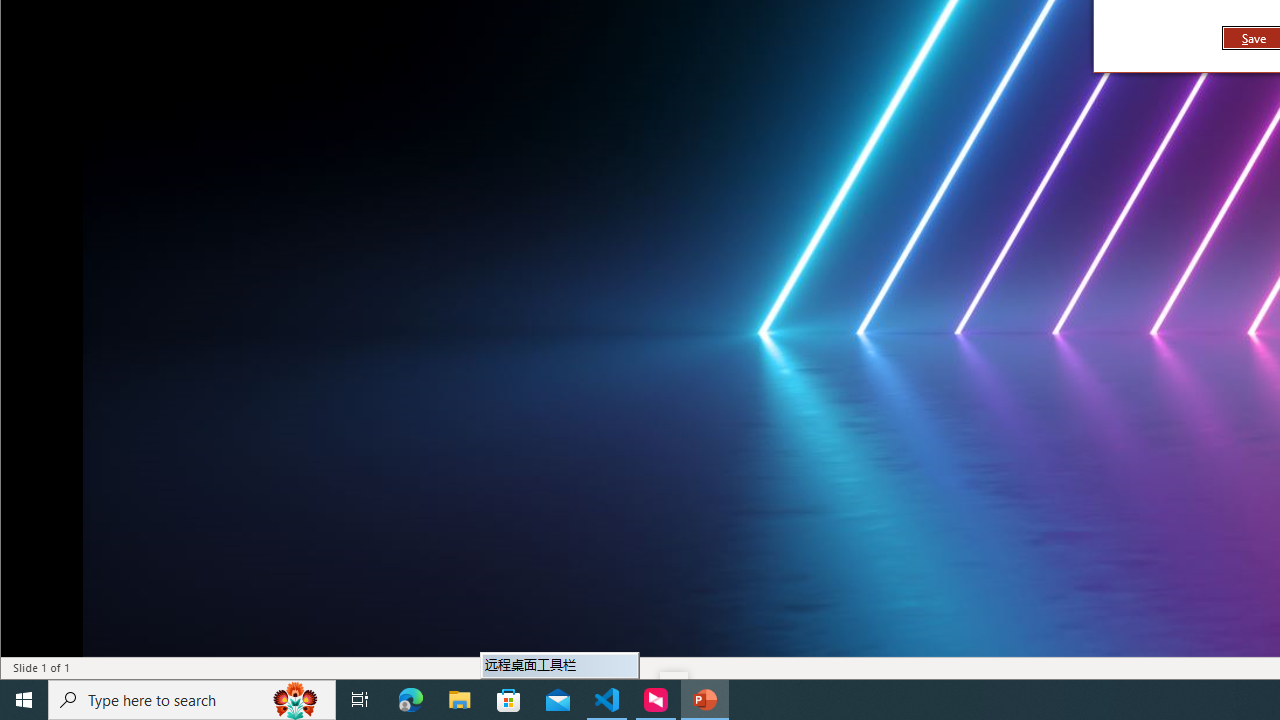  What do you see at coordinates (410, 698) in the screenshot?
I see `'Microsoft Edge'` at bounding box center [410, 698].